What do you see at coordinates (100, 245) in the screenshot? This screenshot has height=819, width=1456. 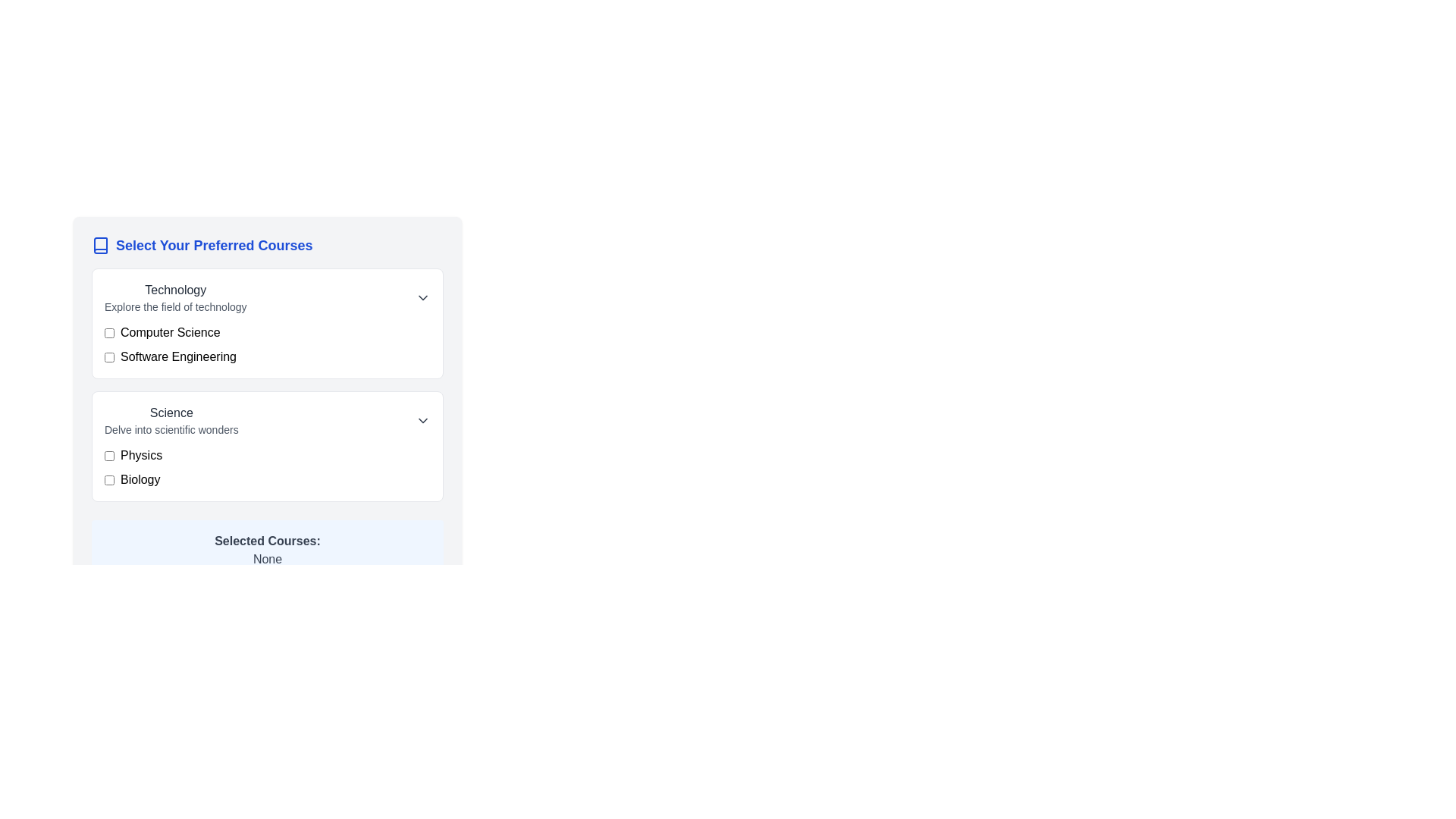 I see `the thin, outlined book-shaped icon located at the top-left corner of the form module, adjacent to the heading 'Select Your Preferred Courses'` at bounding box center [100, 245].